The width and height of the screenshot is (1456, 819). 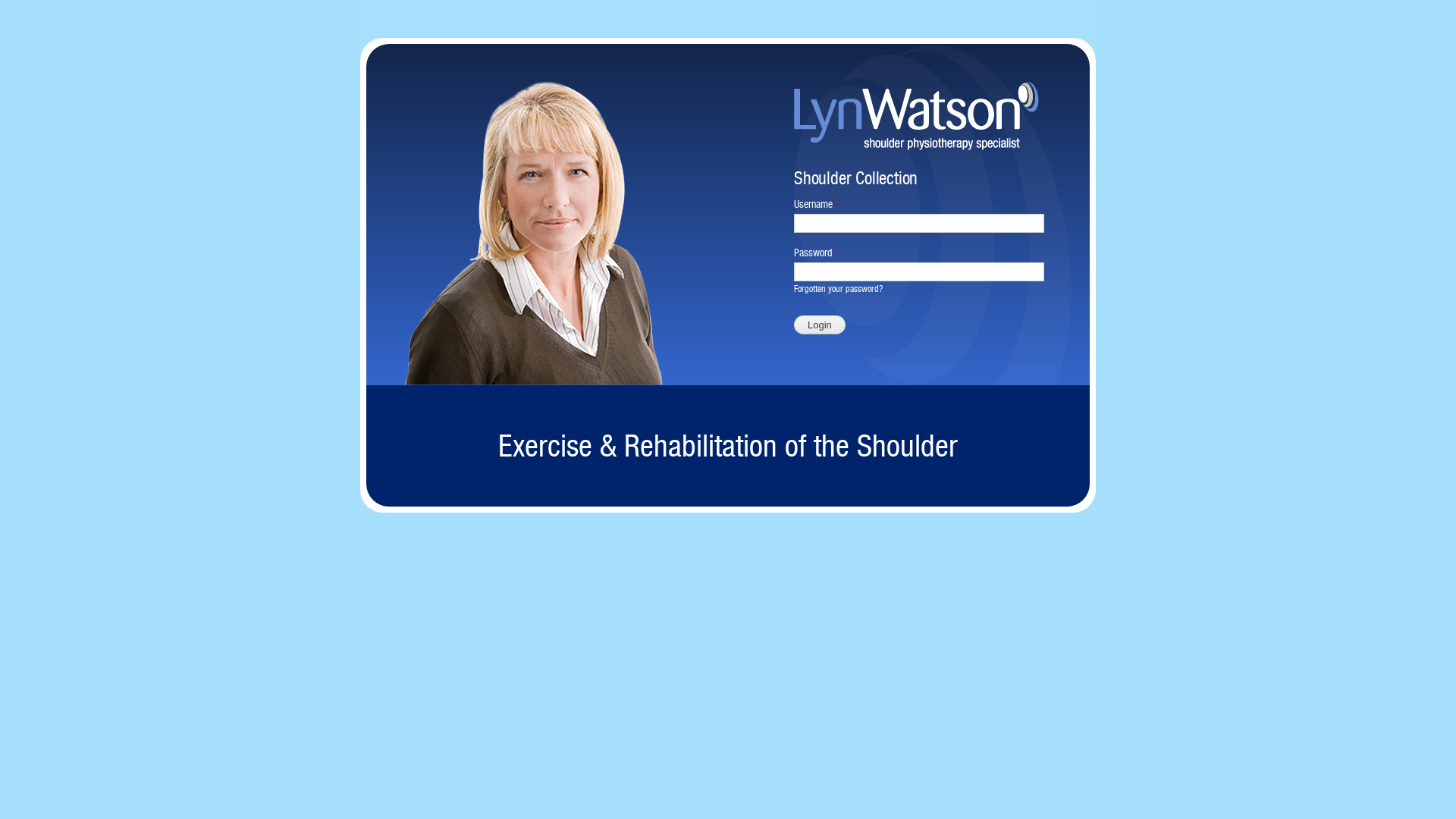 I want to click on 'Forgotten your password?', so click(x=837, y=289).